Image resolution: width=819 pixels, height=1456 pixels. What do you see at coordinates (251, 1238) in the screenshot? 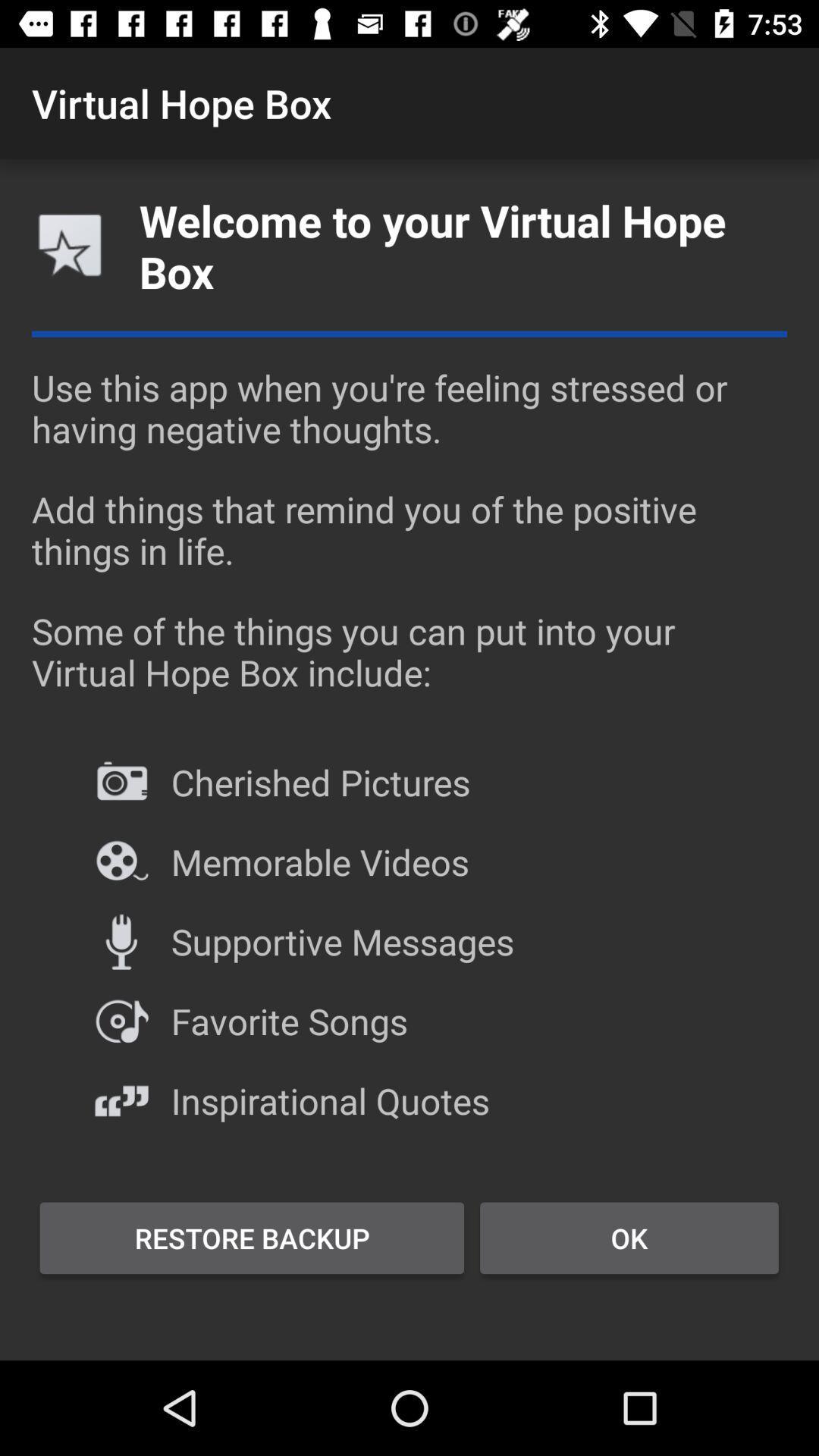
I see `item next to the ok icon` at bounding box center [251, 1238].